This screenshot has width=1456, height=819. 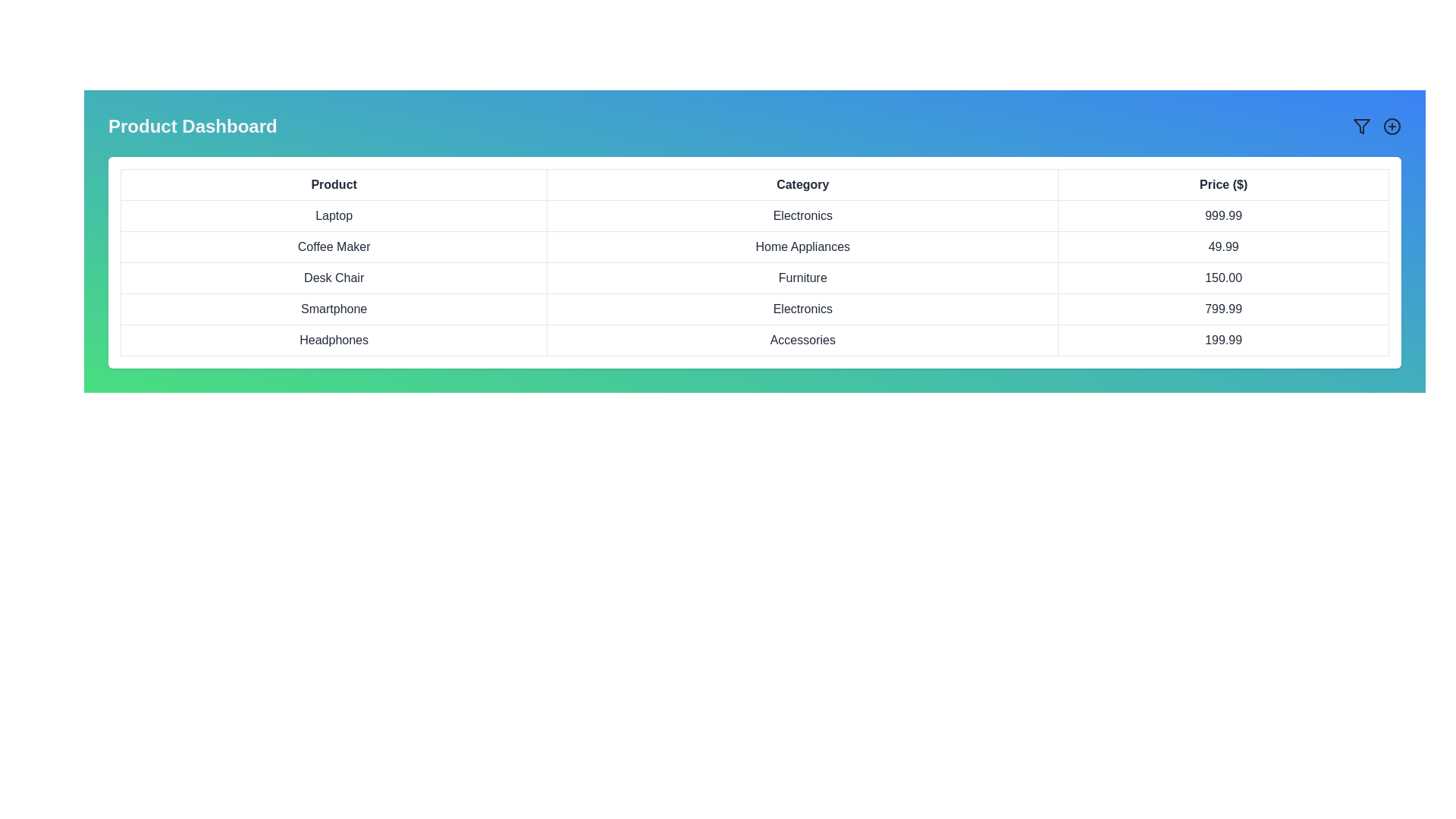 What do you see at coordinates (755, 309) in the screenshot?
I see `the fourth row in the data table that contains the product 'Smartphone', category 'Electronics', and price '799.99'` at bounding box center [755, 309].